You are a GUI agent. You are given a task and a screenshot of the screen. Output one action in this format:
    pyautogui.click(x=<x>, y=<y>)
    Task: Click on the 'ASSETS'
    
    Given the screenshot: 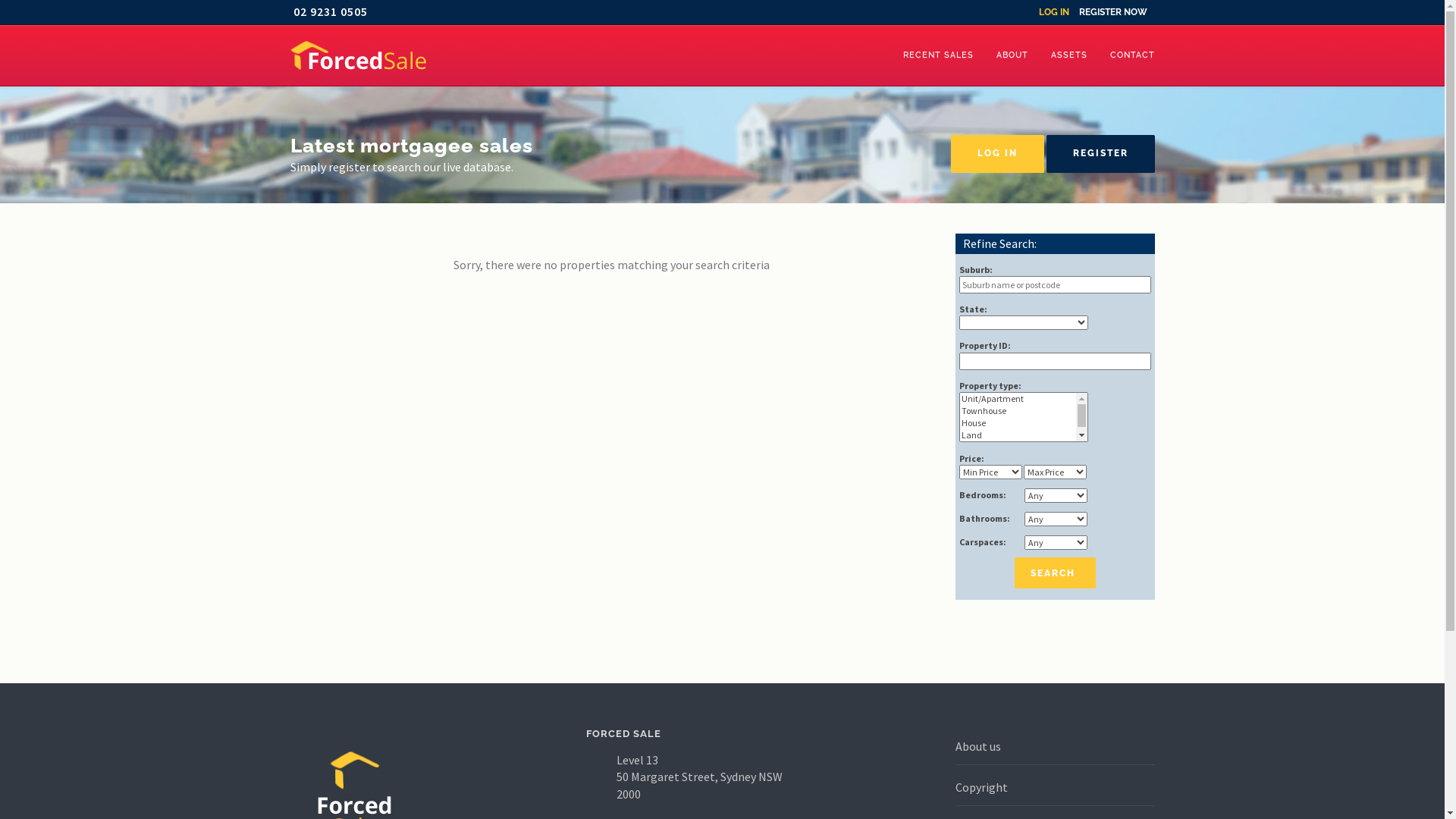 What is the action you would take?
    pyautogui.click(x=1068, y=55)
    